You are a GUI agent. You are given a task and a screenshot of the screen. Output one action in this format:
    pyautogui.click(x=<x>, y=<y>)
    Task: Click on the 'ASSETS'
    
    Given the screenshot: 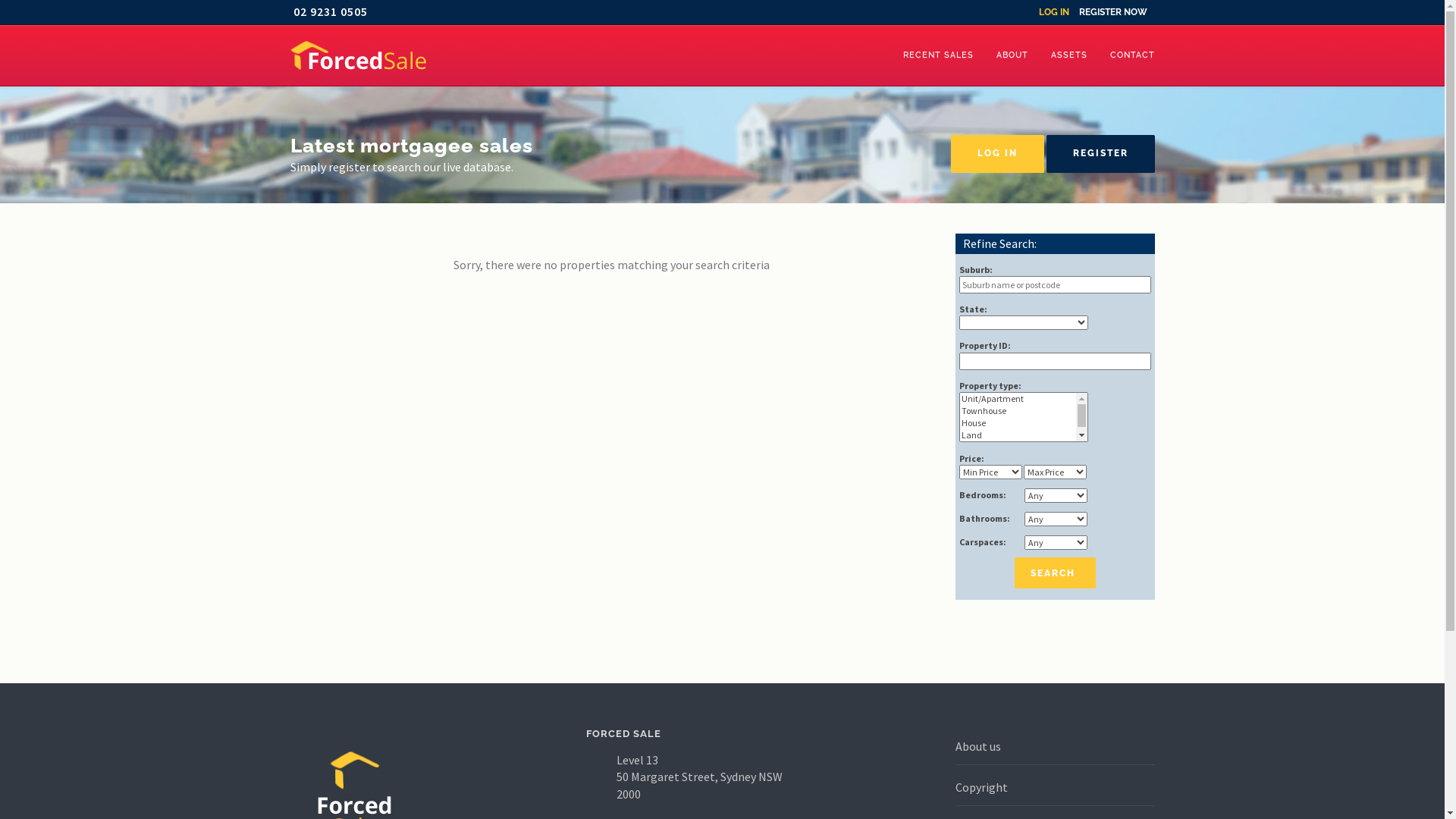 What is the action you would take?
    pyautogui.click(x=1068, y=55)
    